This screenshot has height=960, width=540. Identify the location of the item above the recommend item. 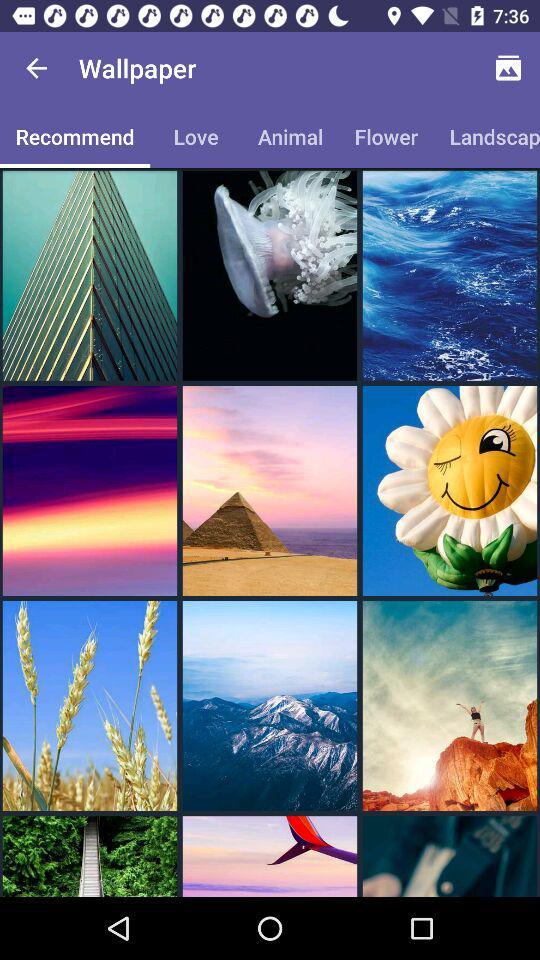
(36, 68).